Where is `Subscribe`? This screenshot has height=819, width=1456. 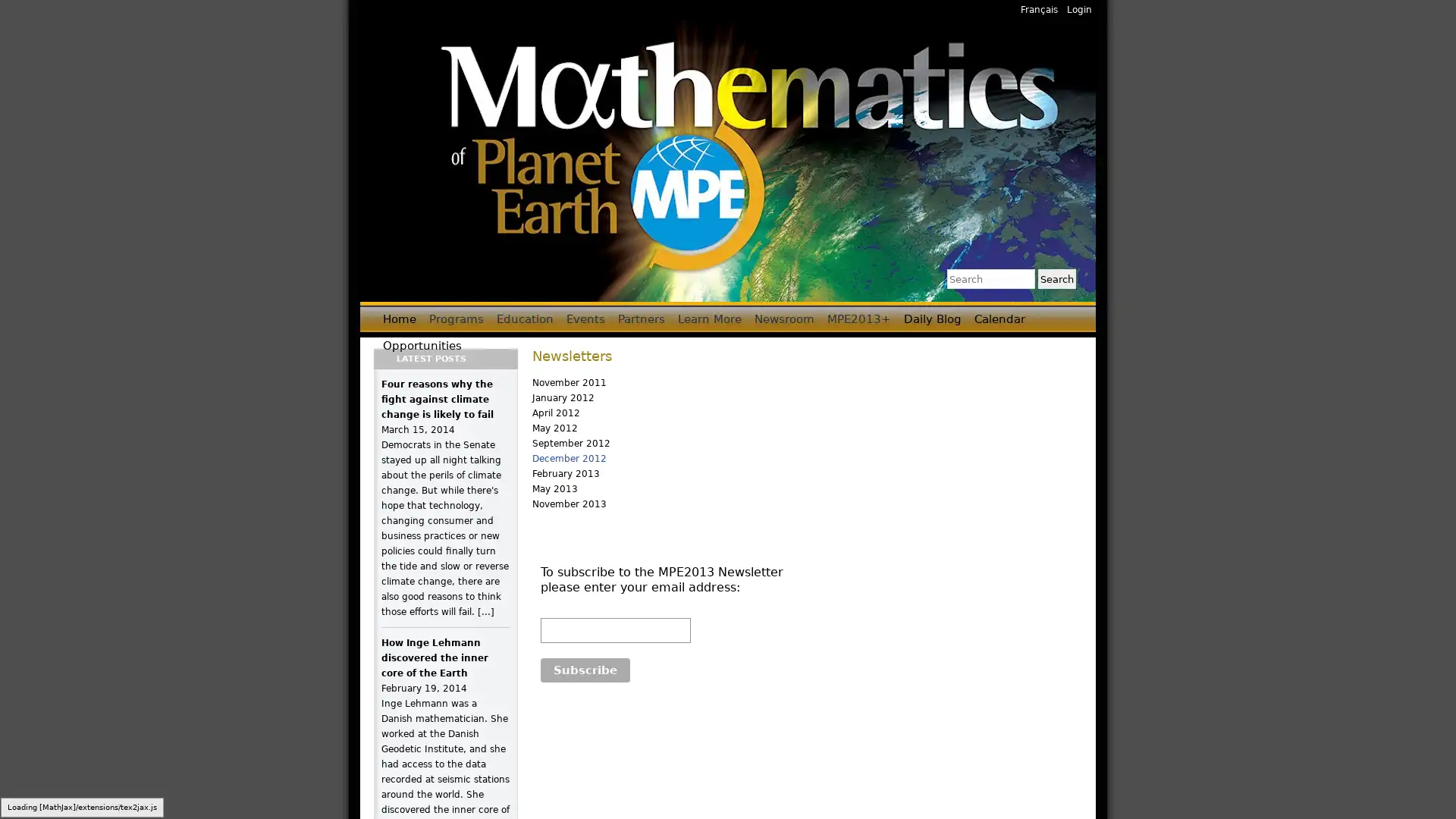
Subscribe is located at coordinates (584, 669).